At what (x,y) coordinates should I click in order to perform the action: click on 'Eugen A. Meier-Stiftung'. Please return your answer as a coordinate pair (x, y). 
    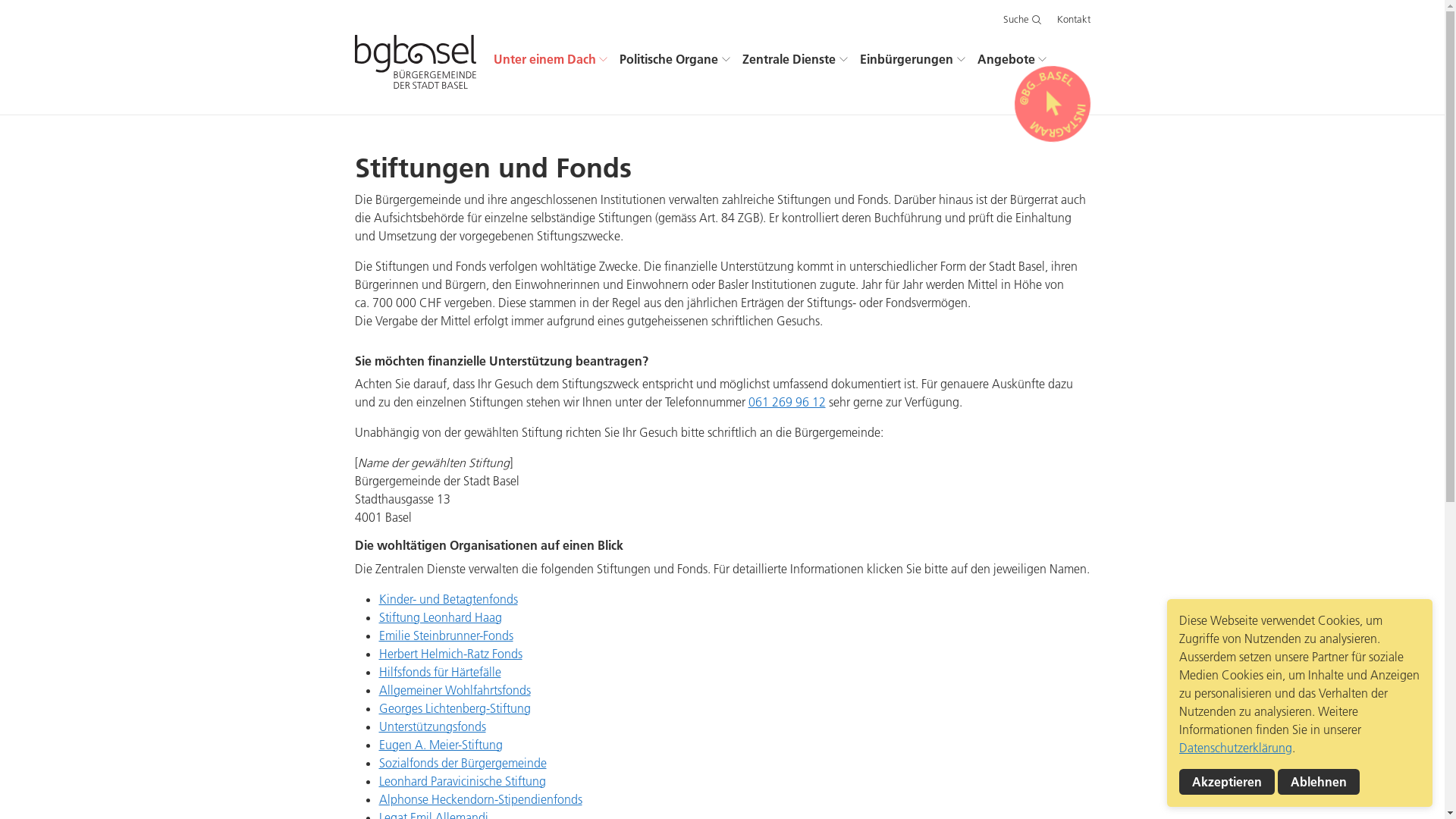
    Looking at the image, I should click on (440, 744).